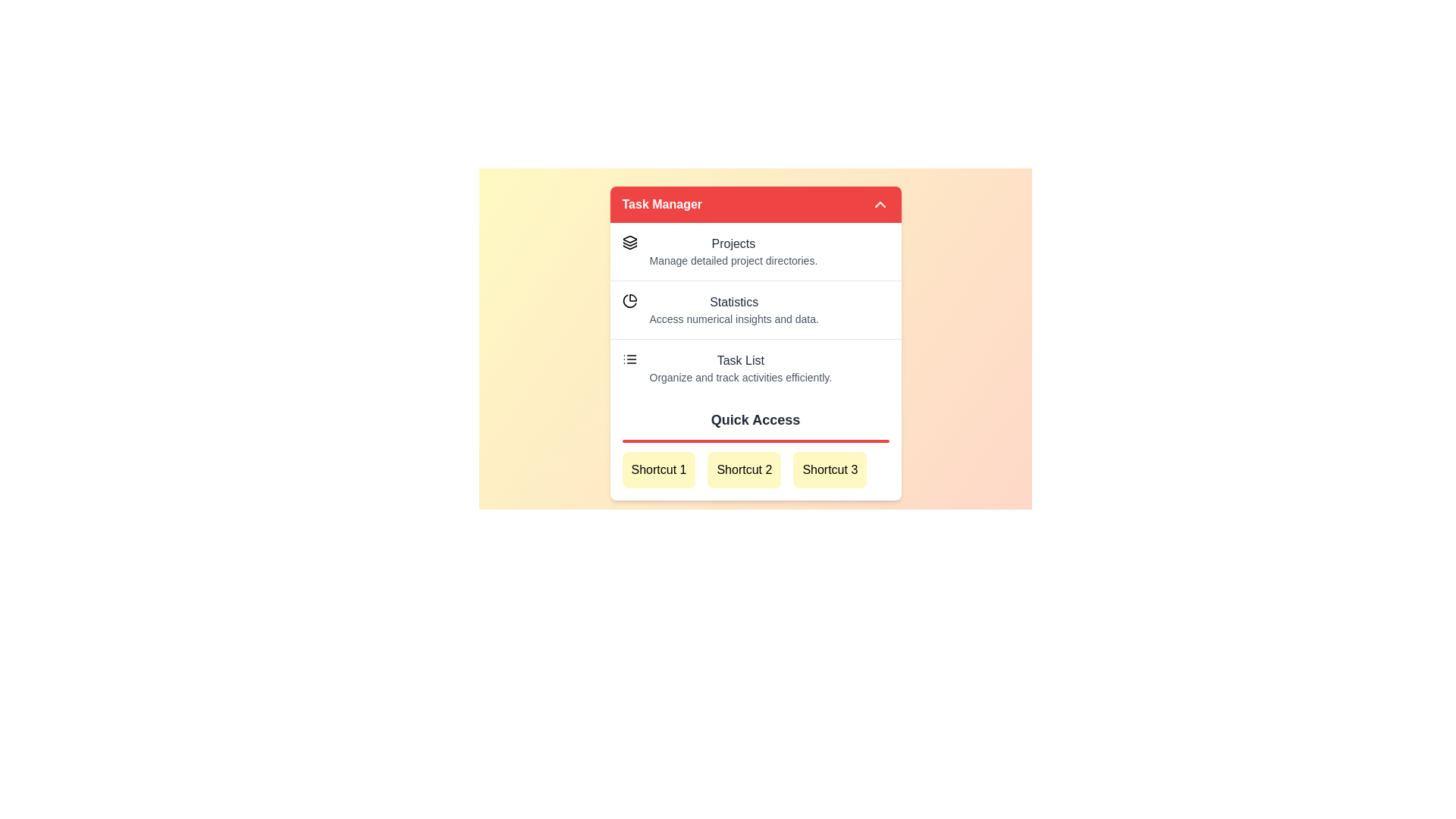 The width and height of the screenshot is (1456, 819). What do you see at coordinates (755, 250) in the screenshot?
I see `the menu item Projects to visualize its hover effect` at bounding box center [755, 250].